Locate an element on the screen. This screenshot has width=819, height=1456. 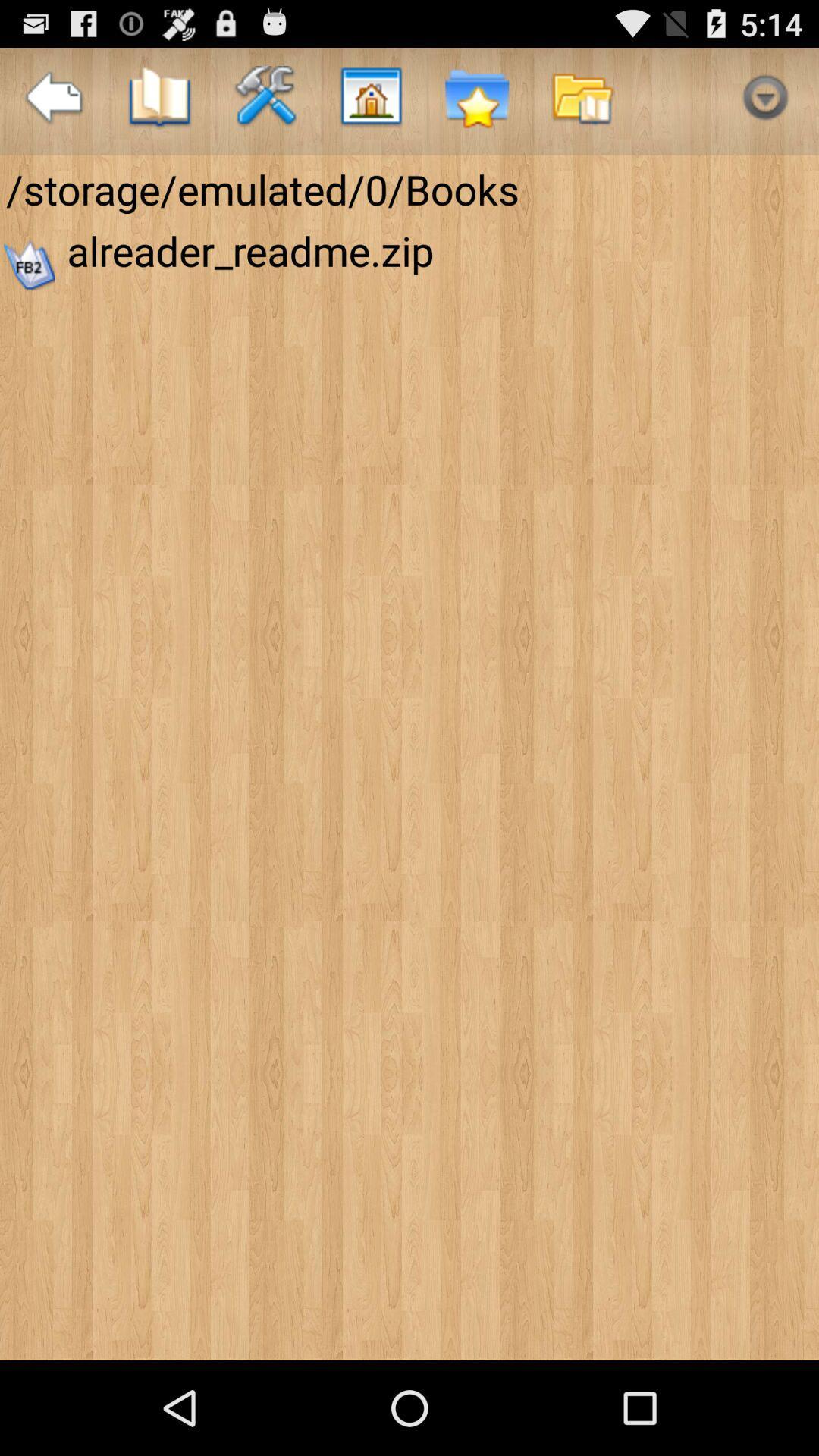
item above the storage emulated 0 is located at coordinates (371, 100).